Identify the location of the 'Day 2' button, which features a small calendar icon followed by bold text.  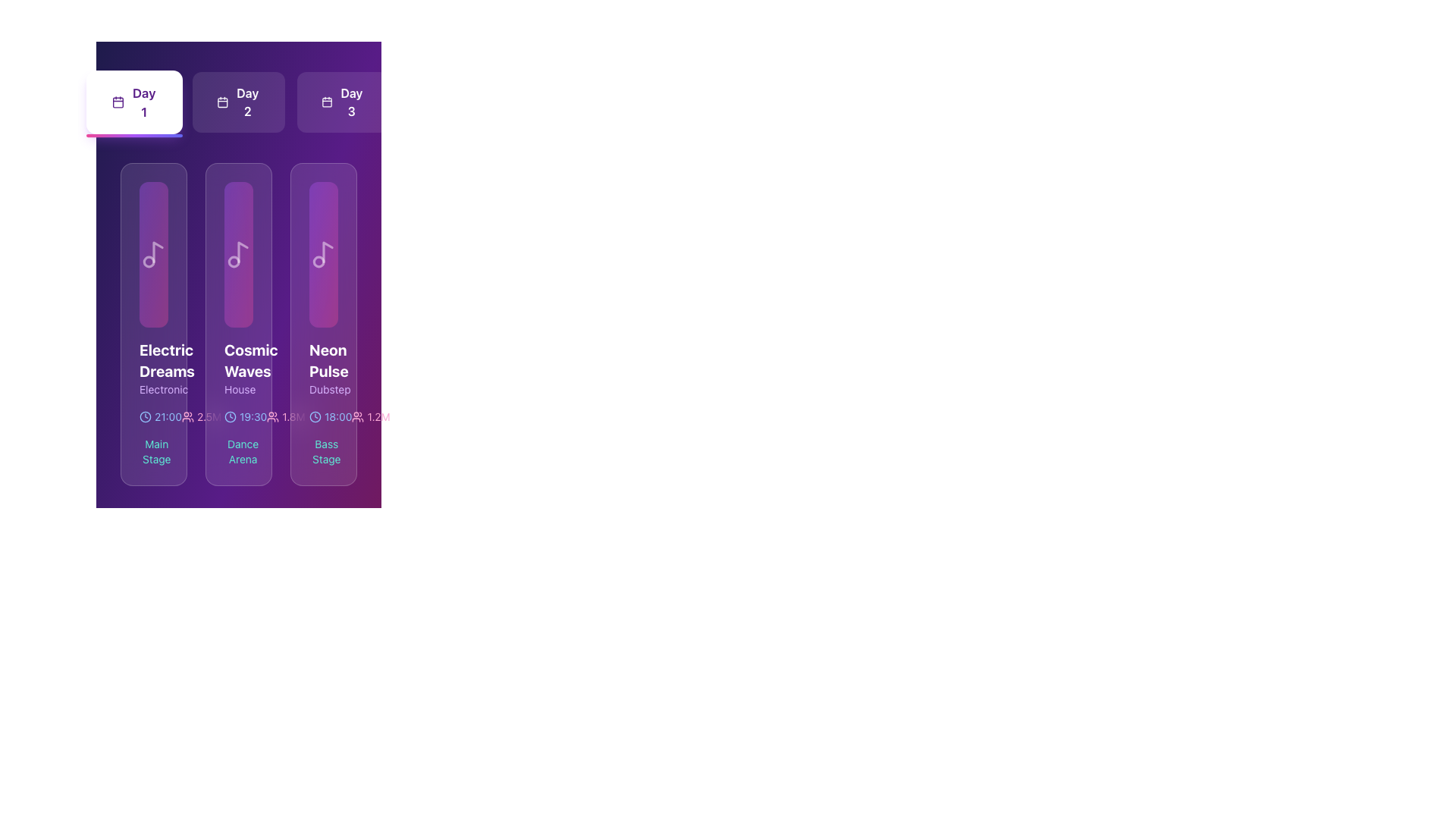
(238, 102).